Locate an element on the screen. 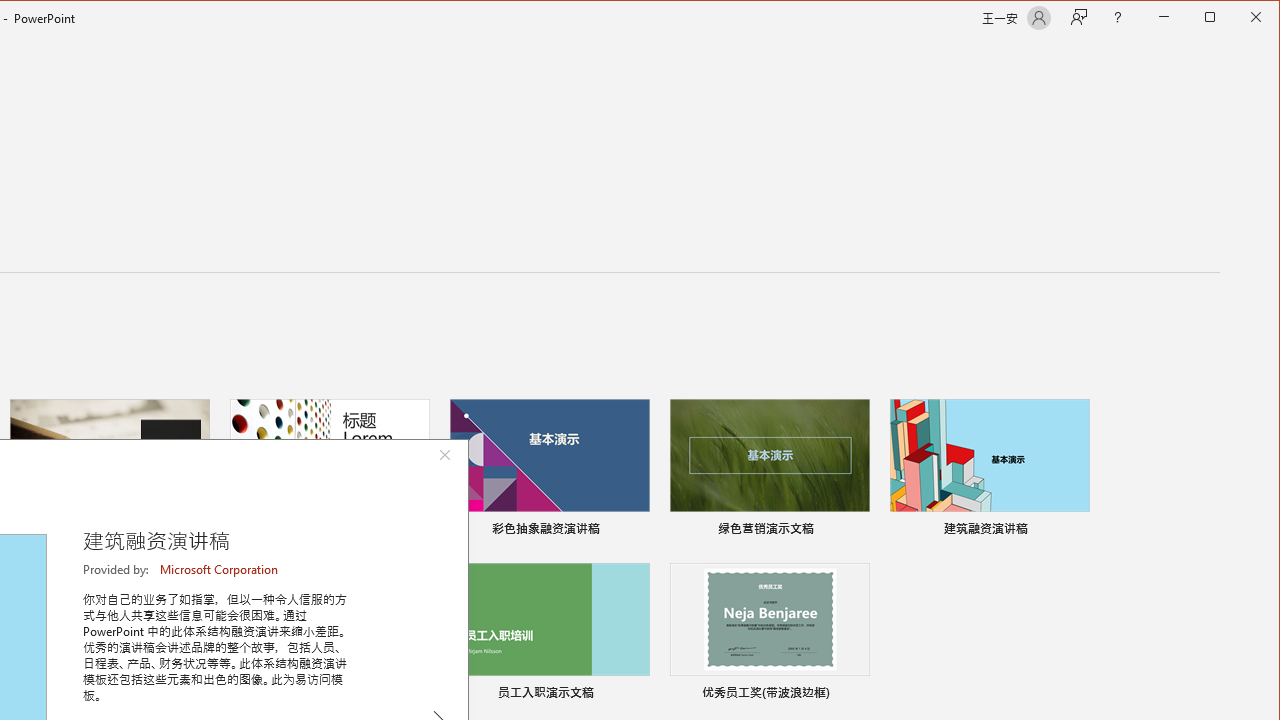  'Maximize' is located at coordinates (1238, 19).